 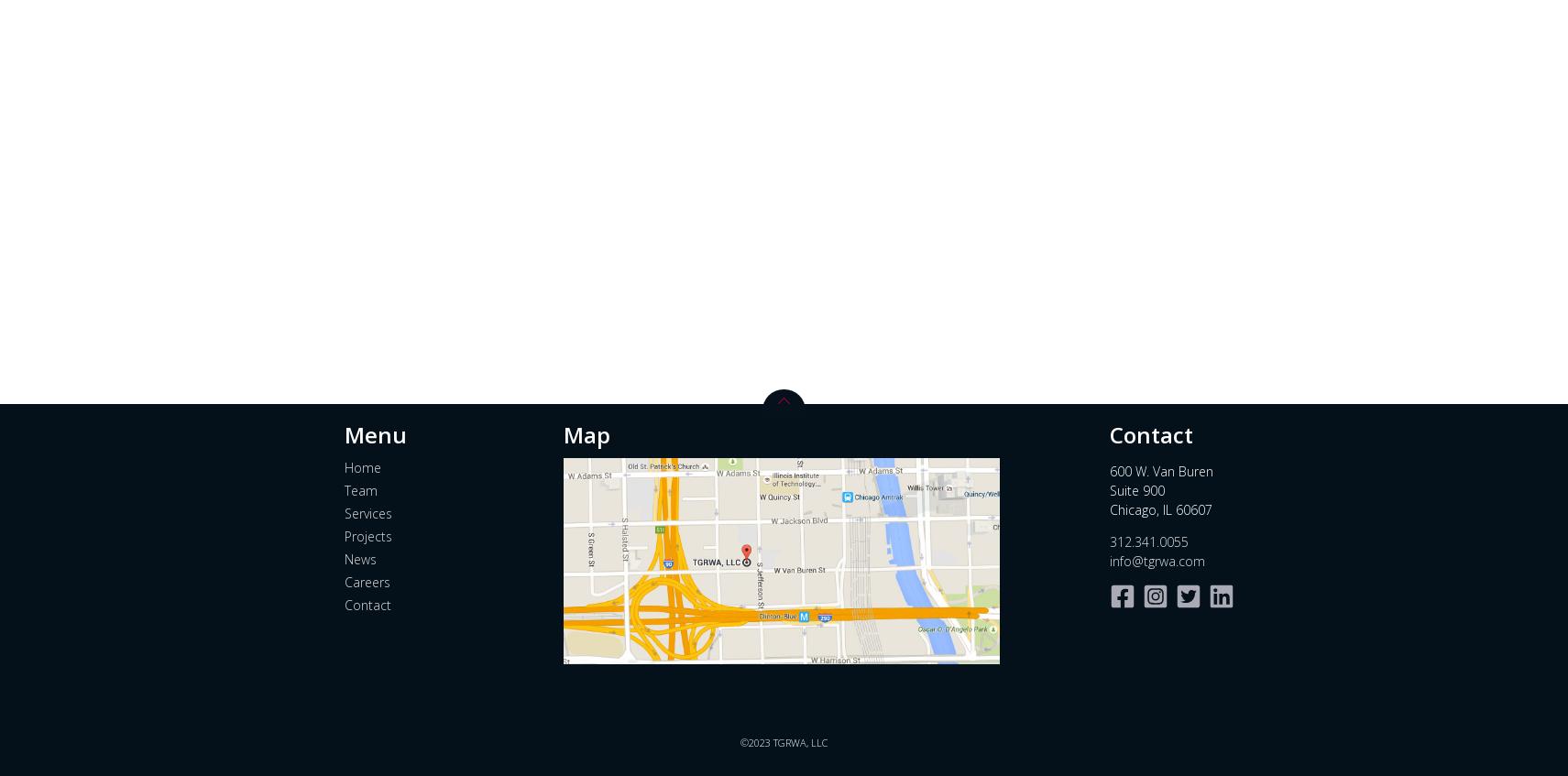 I want to click on 'Map', so click(x=586, y=434).